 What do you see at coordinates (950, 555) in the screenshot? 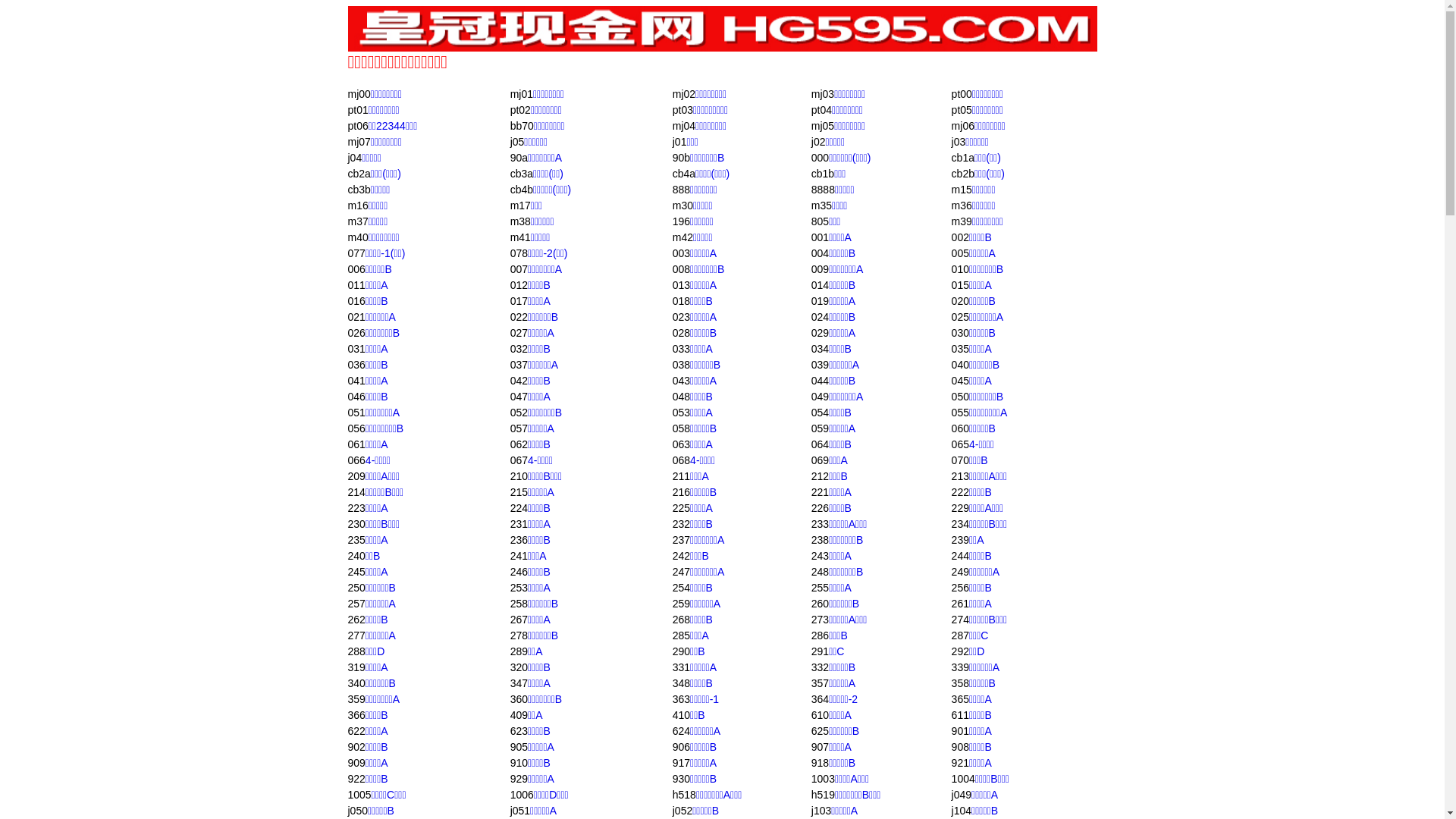
I see `'244'` at bounding box center [950, 555].